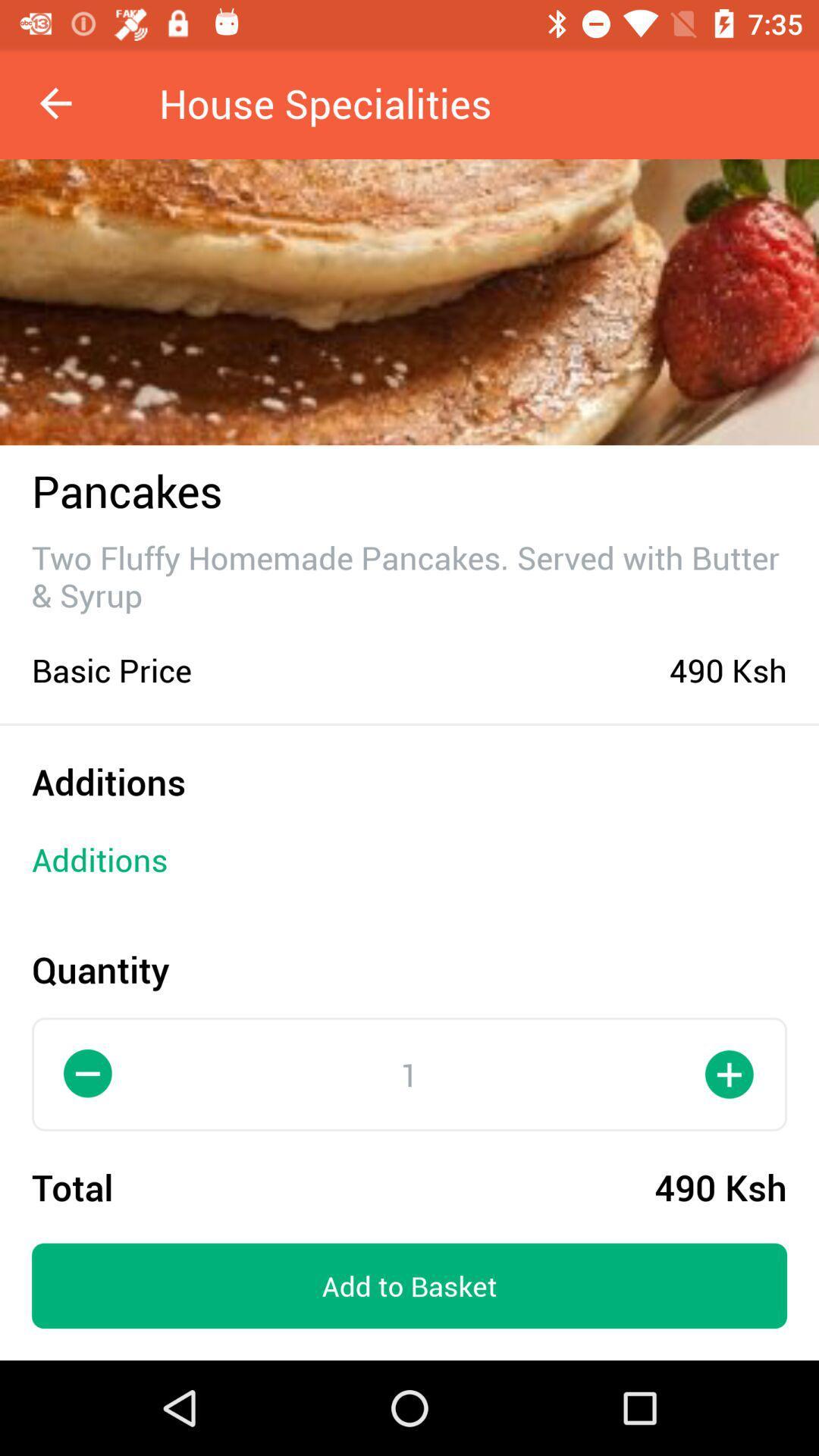 The height and width of the screenshot is (1456, 819). Describe the element at coordinates (88, 1073) in the screenshot. I see `the minus icon` at that location.